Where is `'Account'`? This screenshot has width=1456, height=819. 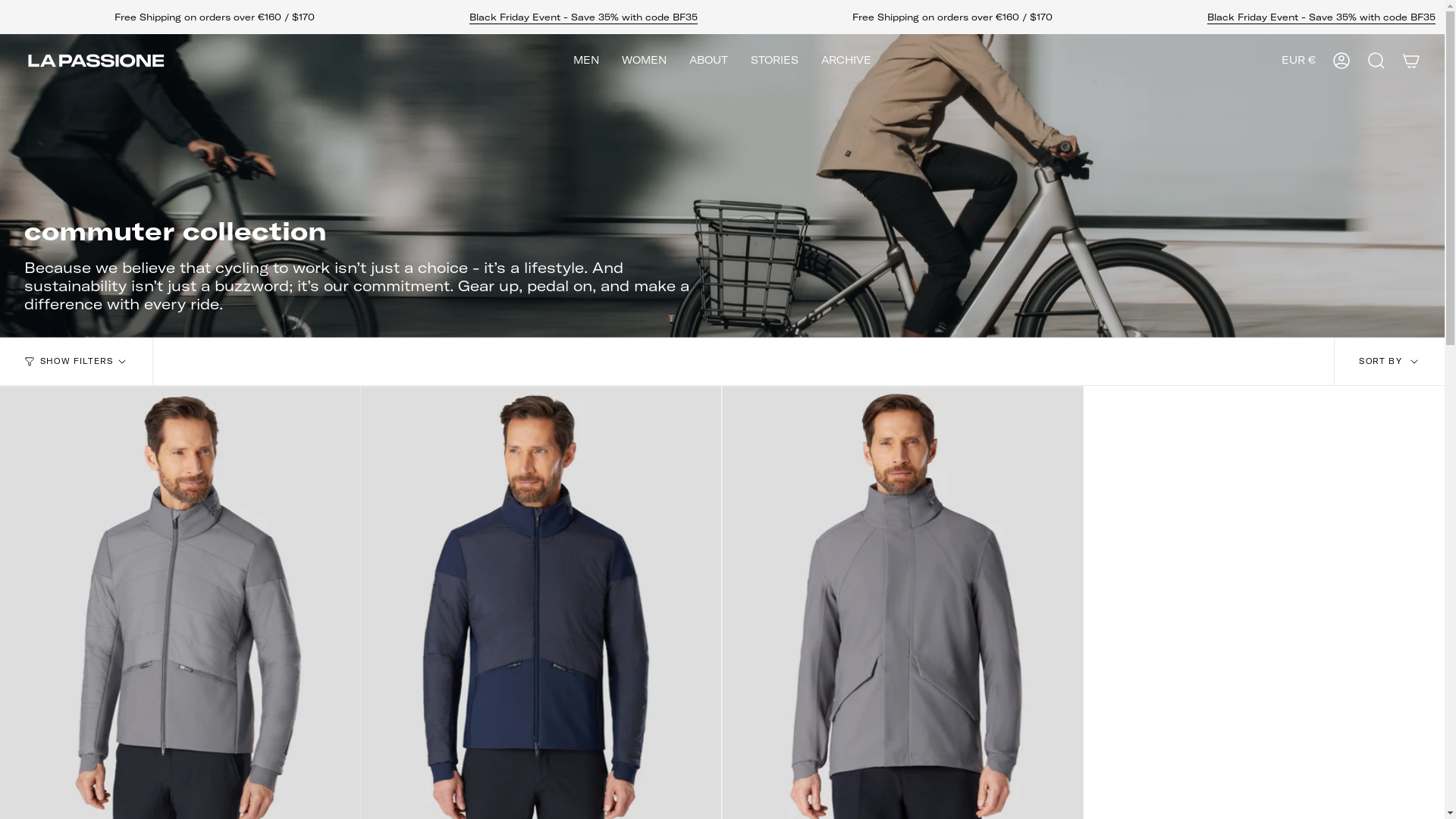 'Account' is located at coordinates (1341, 60).